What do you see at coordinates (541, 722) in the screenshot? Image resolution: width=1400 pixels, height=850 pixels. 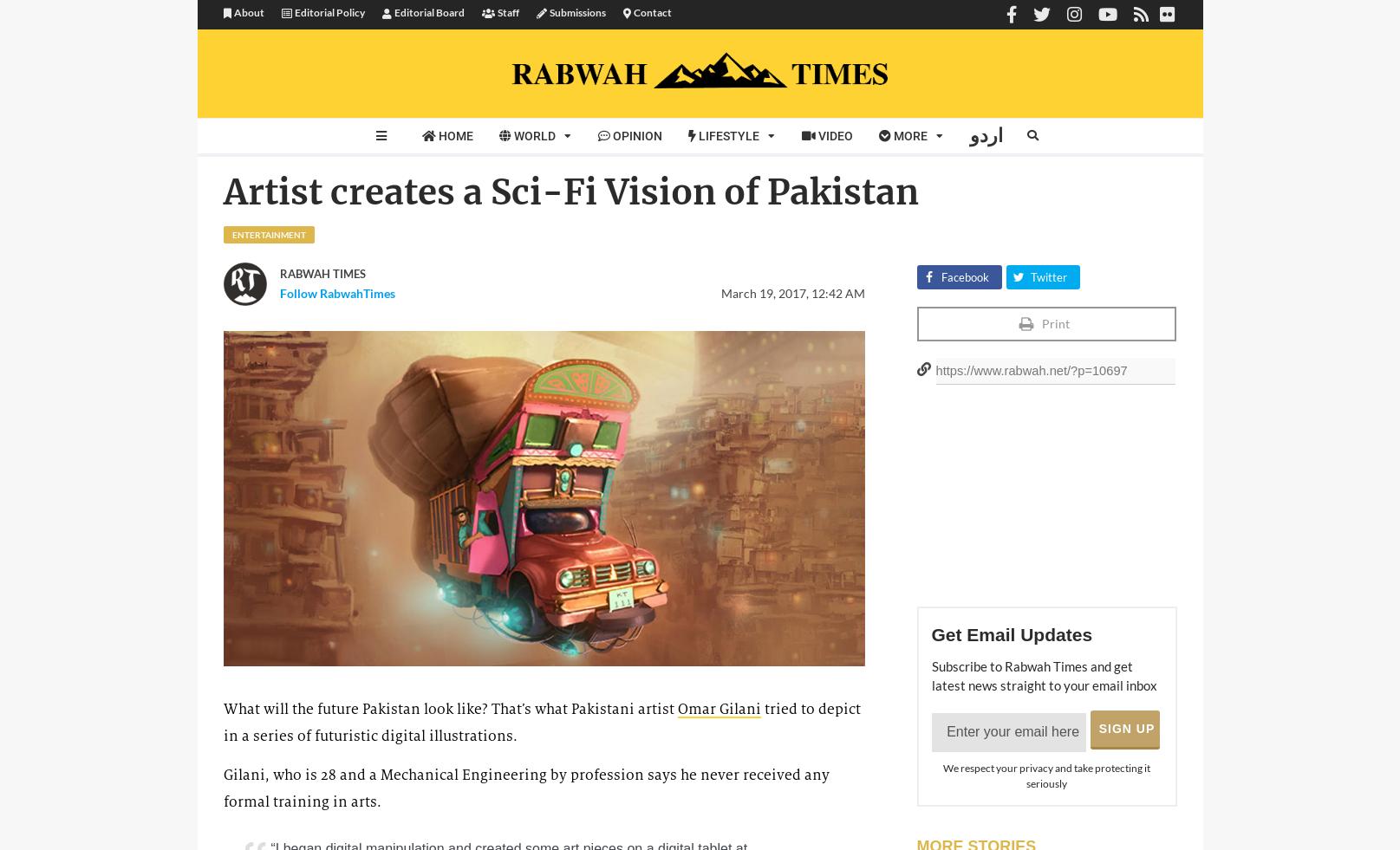 I see `'tried to depict in a series of futuristic digital illustrations.'` at bounding box center [541, 722].